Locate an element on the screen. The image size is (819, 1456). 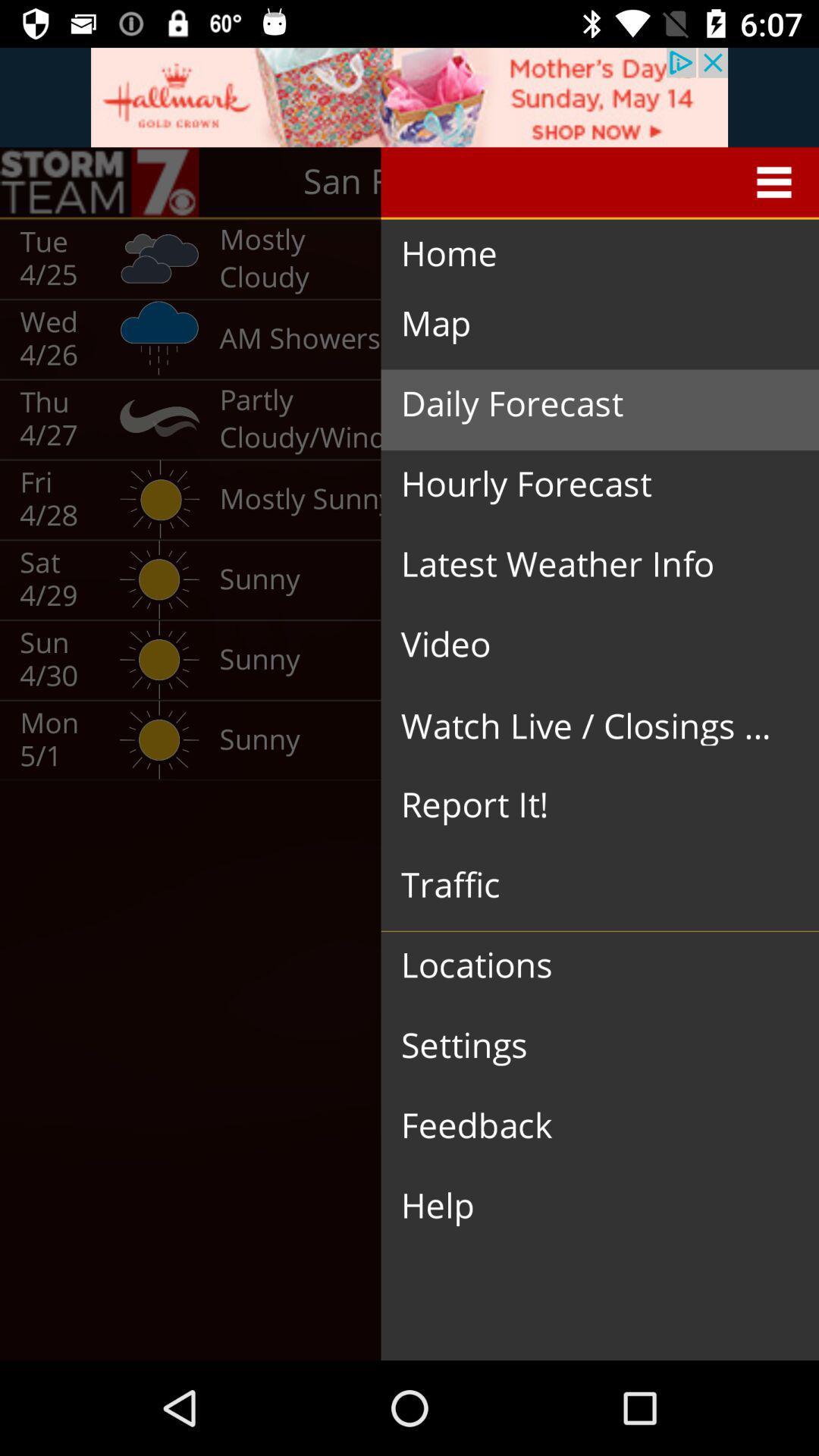
the item to the right of the sunny is located at coordinates (587, 645).